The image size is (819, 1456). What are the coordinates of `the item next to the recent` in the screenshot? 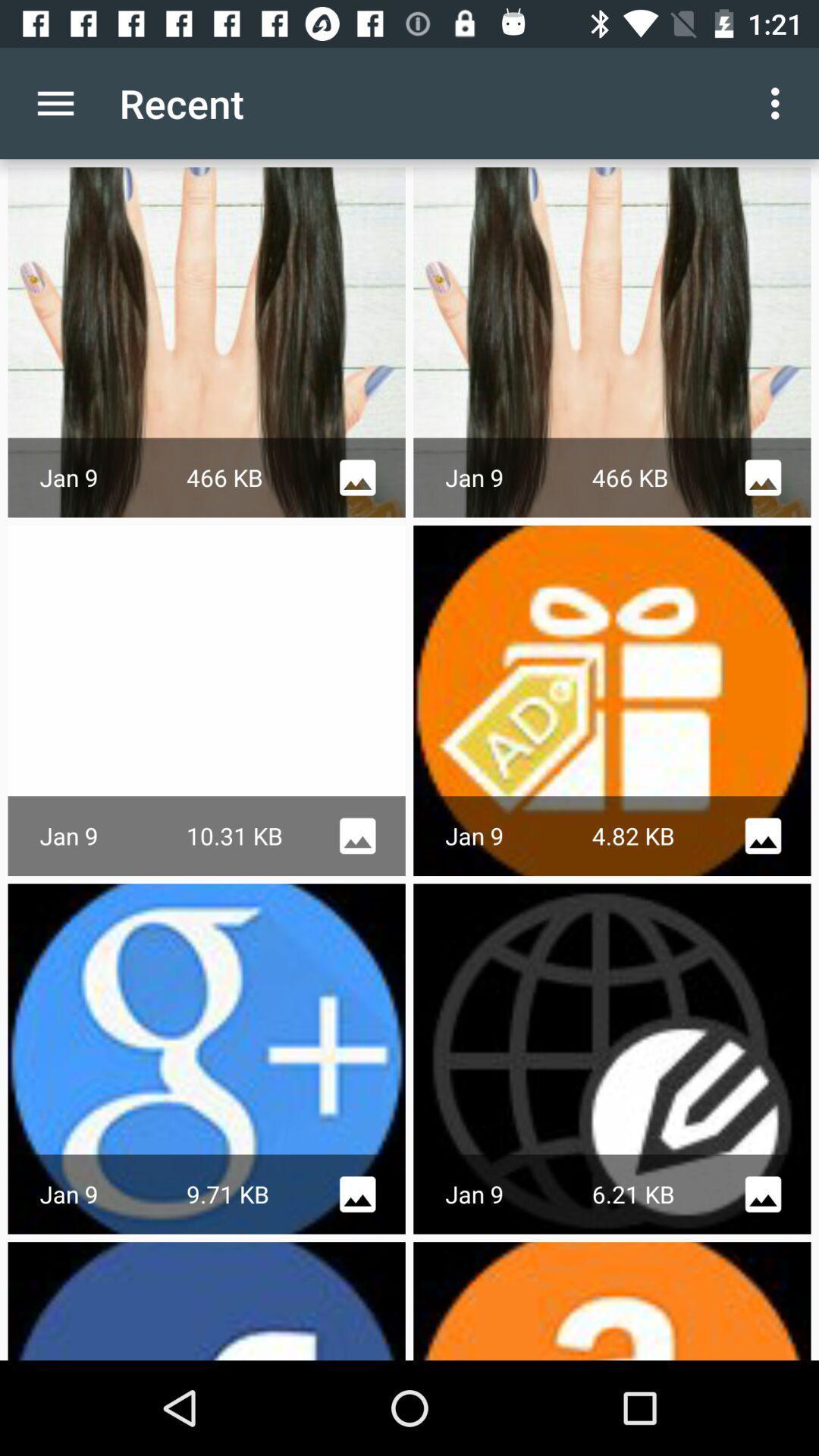 It's located at (779, 102).